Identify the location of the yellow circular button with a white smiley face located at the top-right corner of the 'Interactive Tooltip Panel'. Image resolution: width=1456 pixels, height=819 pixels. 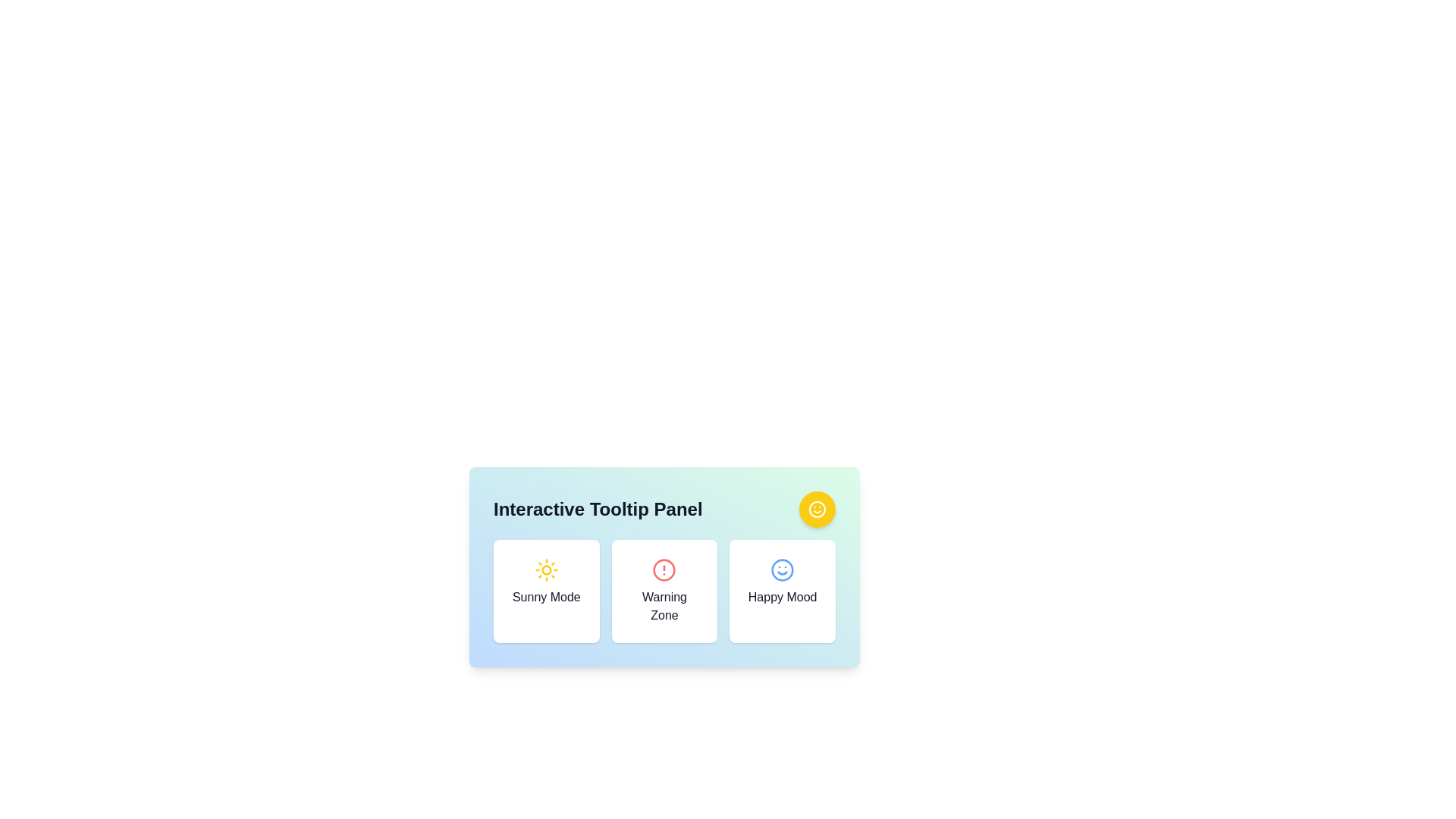
(817, 509).